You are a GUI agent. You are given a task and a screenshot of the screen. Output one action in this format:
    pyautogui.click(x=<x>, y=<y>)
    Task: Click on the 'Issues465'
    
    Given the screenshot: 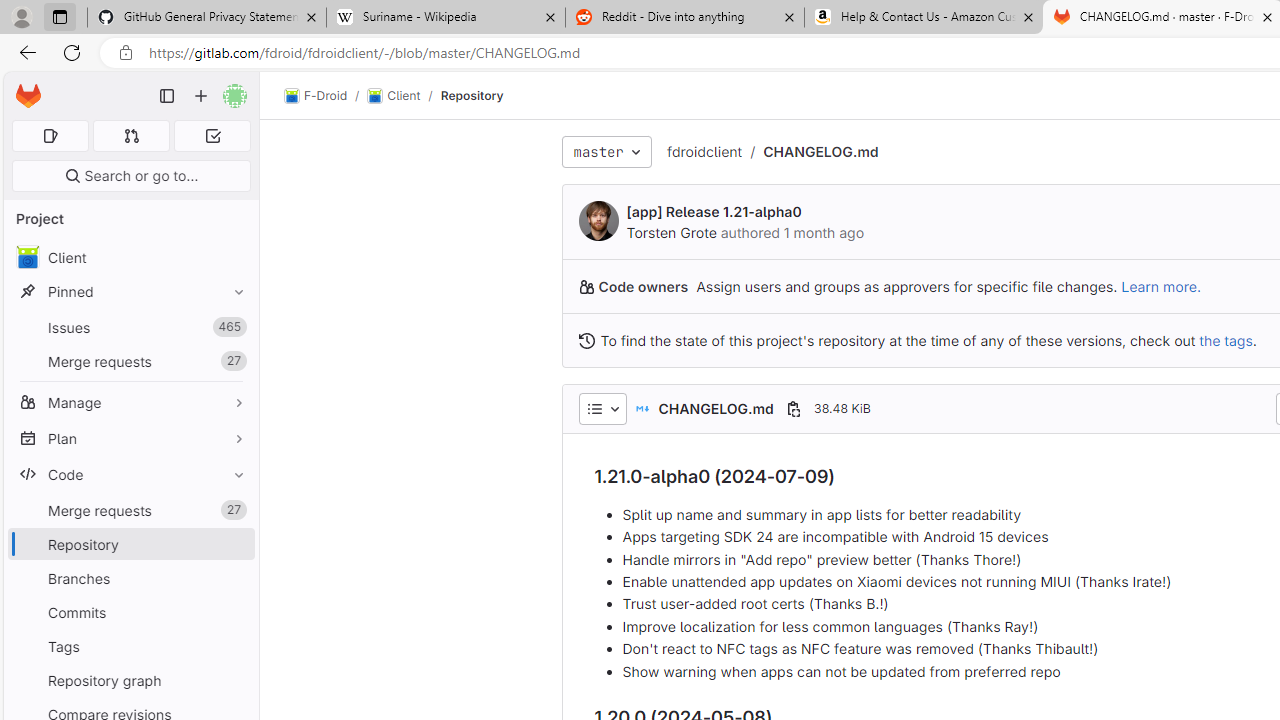 What is the action you would take?
    pyautogui.click(x=130, y=326)
    